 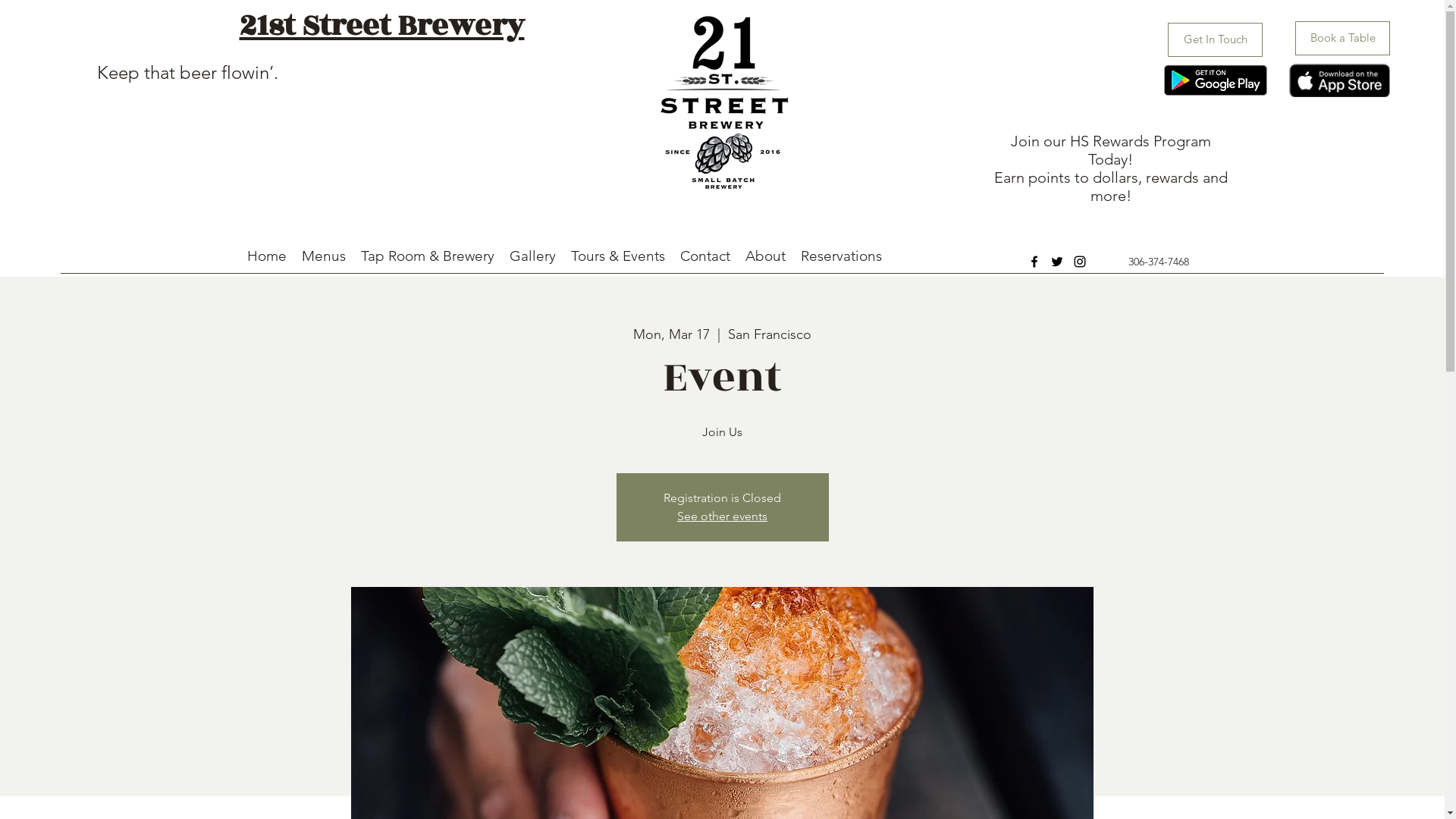 What do you see at coordinates (764, 256) in the screenshot?
I see `'About'` at bounding box center [764, 256].